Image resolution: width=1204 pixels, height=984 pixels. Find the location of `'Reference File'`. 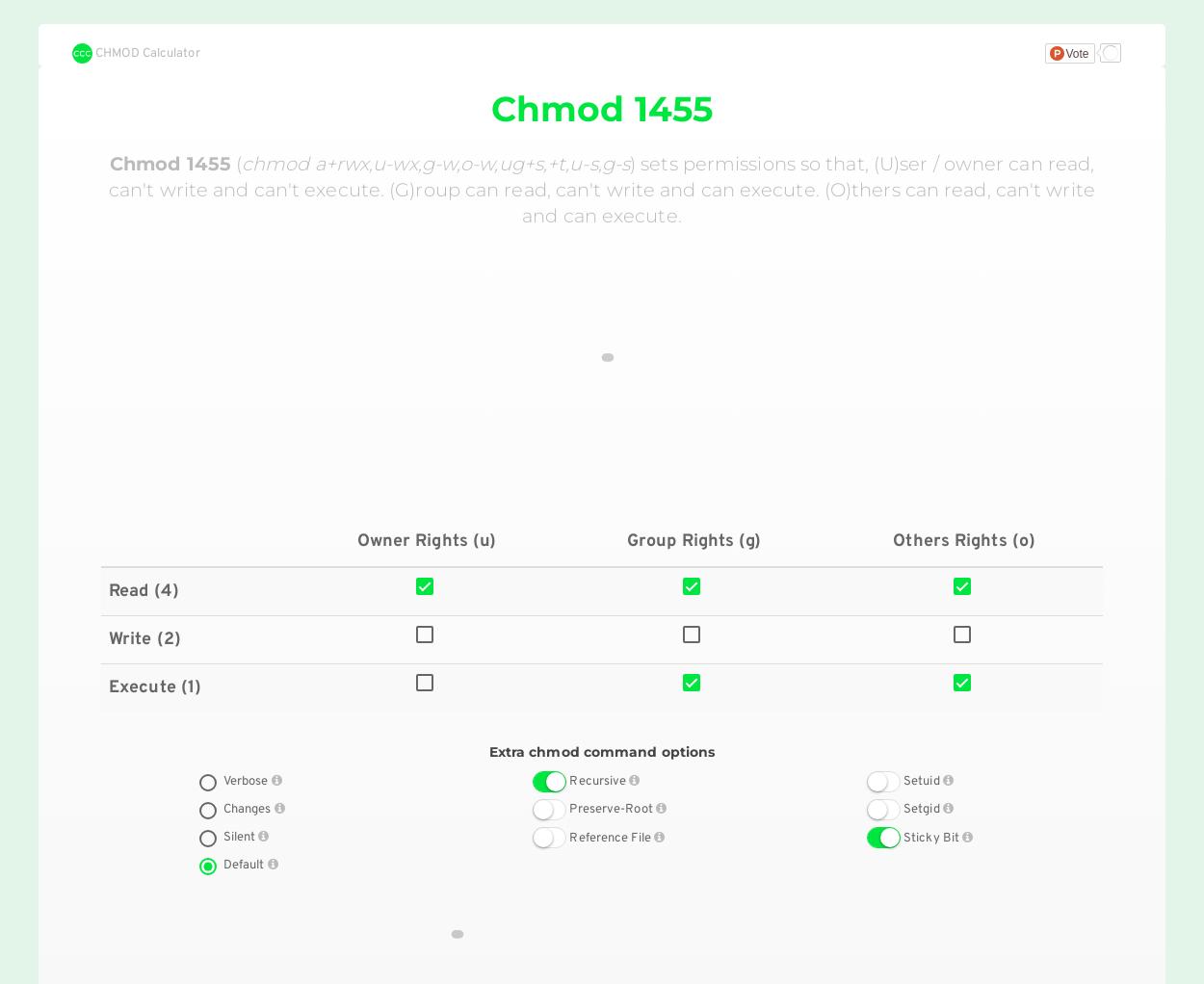

'Reference File' is located at coordinates (611, 838).